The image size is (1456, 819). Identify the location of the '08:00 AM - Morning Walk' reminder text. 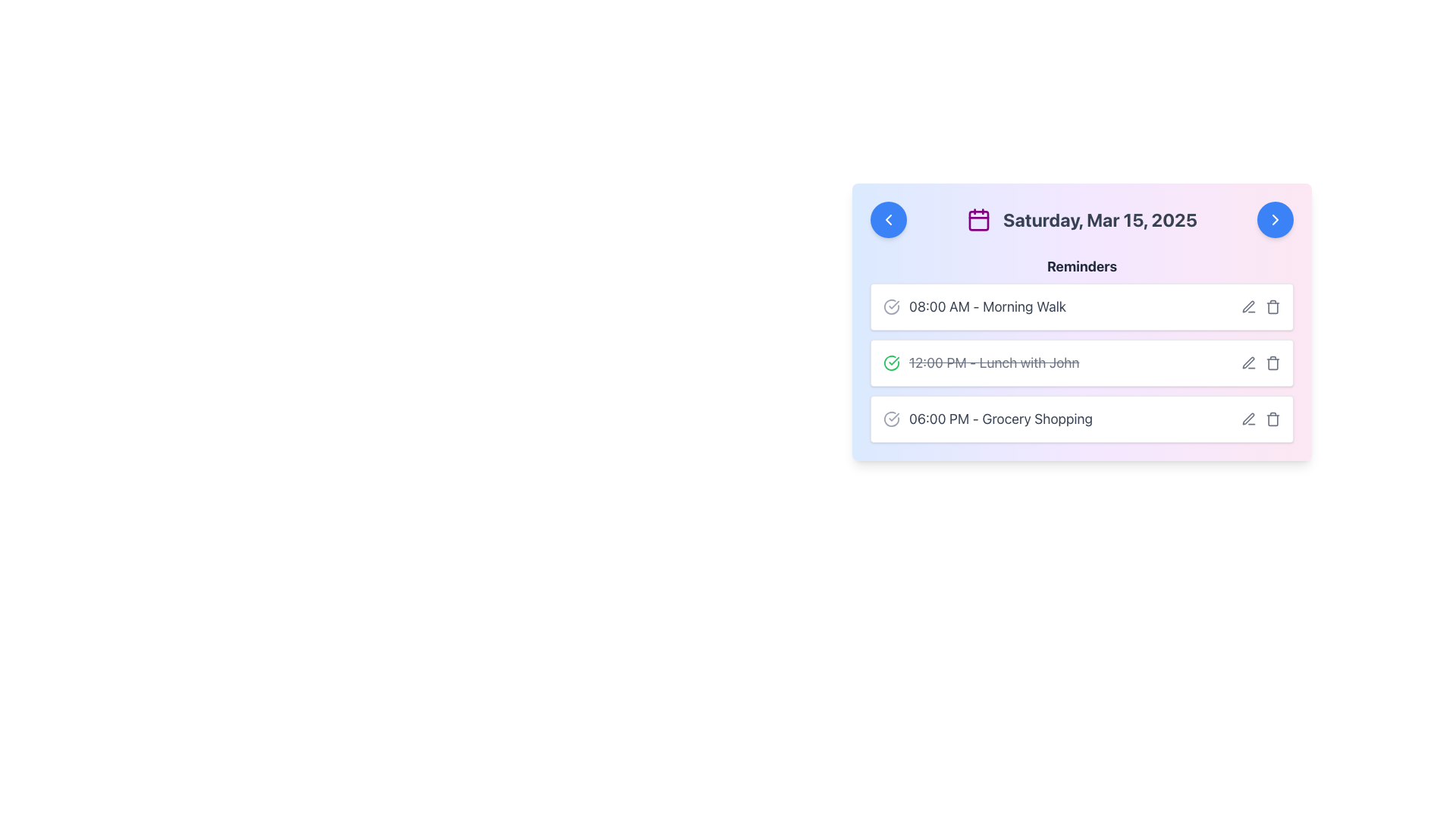
(974, 307).